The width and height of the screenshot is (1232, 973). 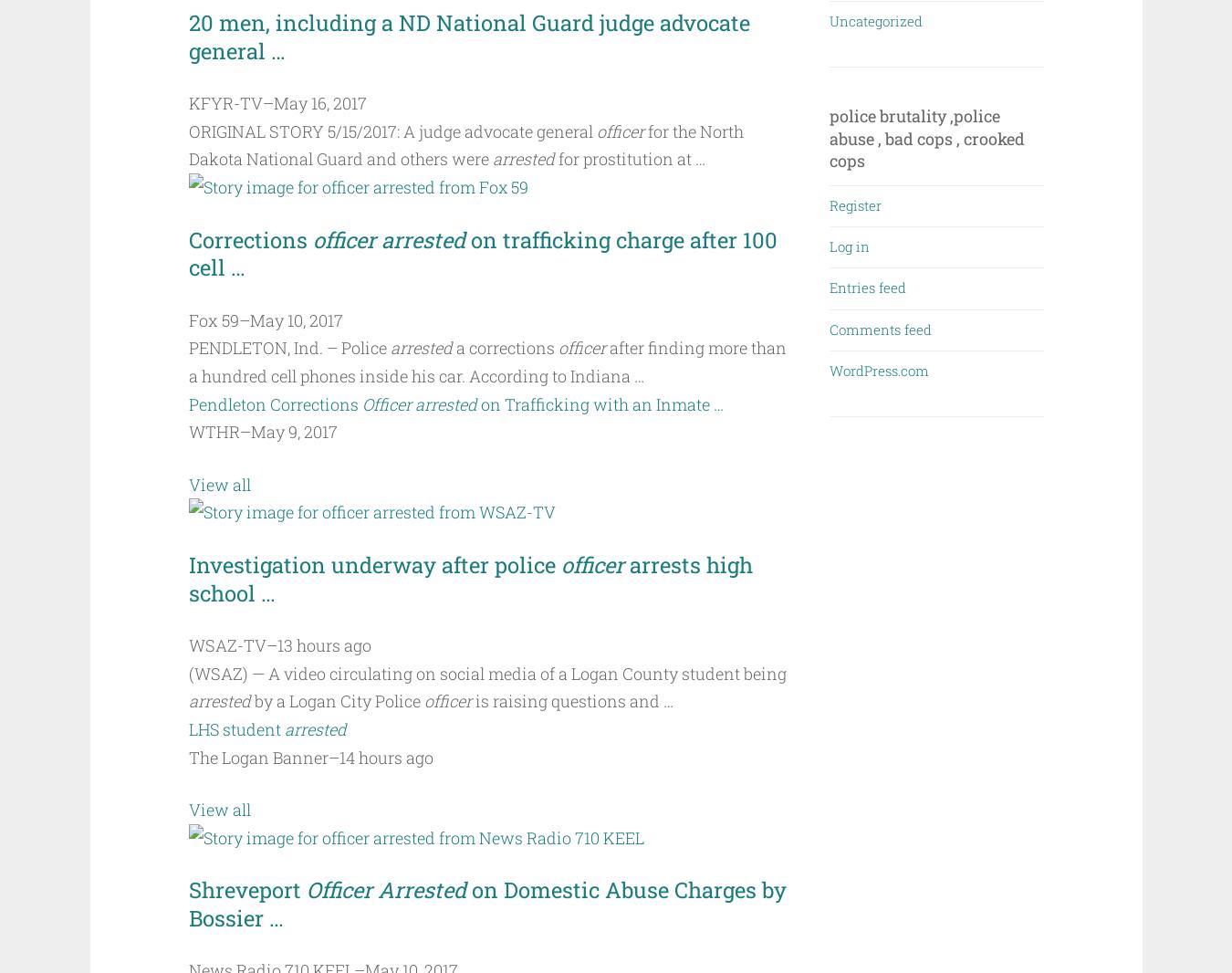 I want to click on '14 hours ago', so click(x=338, y=757).